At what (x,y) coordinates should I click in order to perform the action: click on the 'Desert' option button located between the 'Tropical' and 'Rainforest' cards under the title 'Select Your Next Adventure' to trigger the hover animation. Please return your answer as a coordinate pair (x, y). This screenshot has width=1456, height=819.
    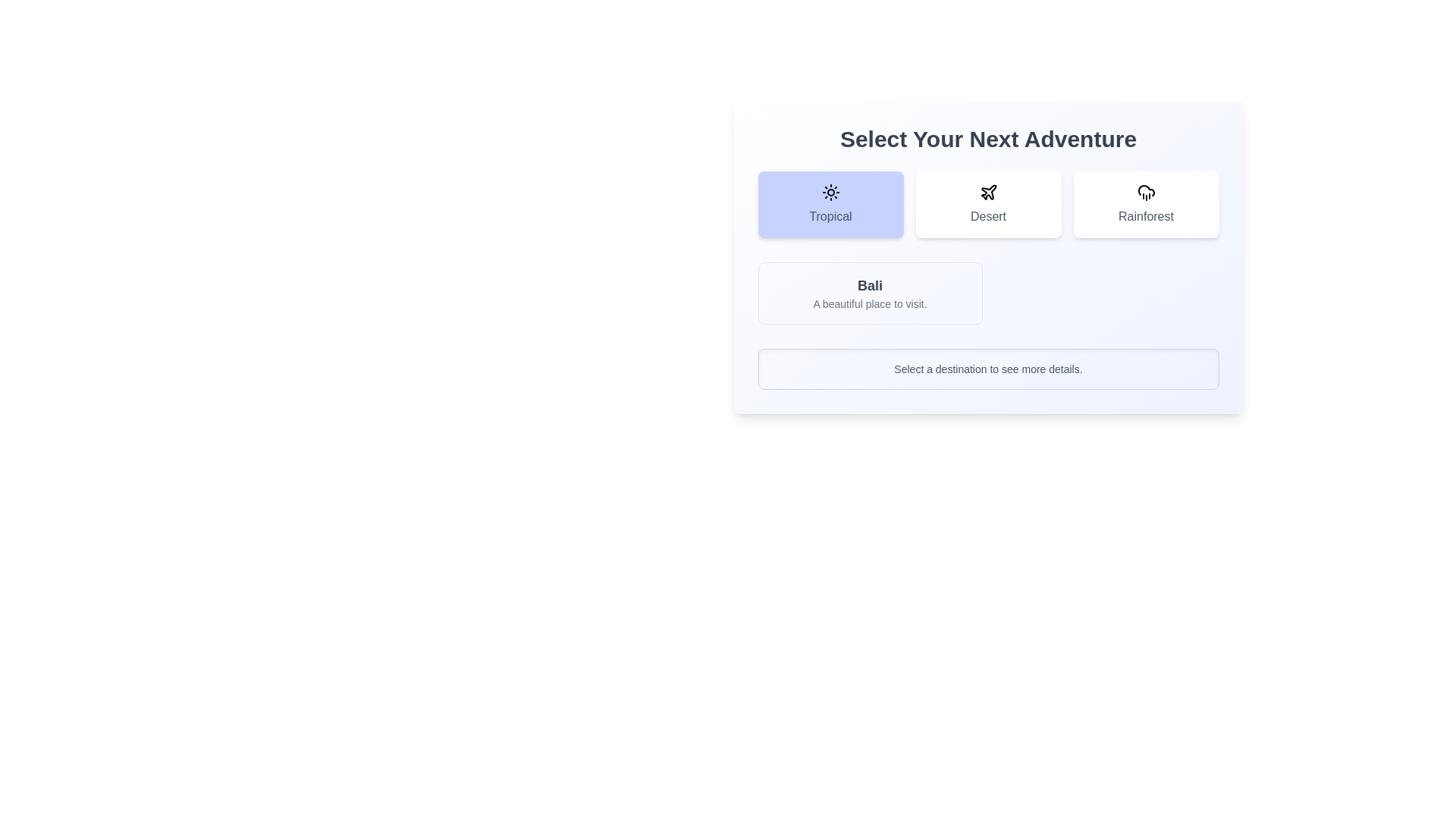
    Looking at the image, I should click on (988, 205).